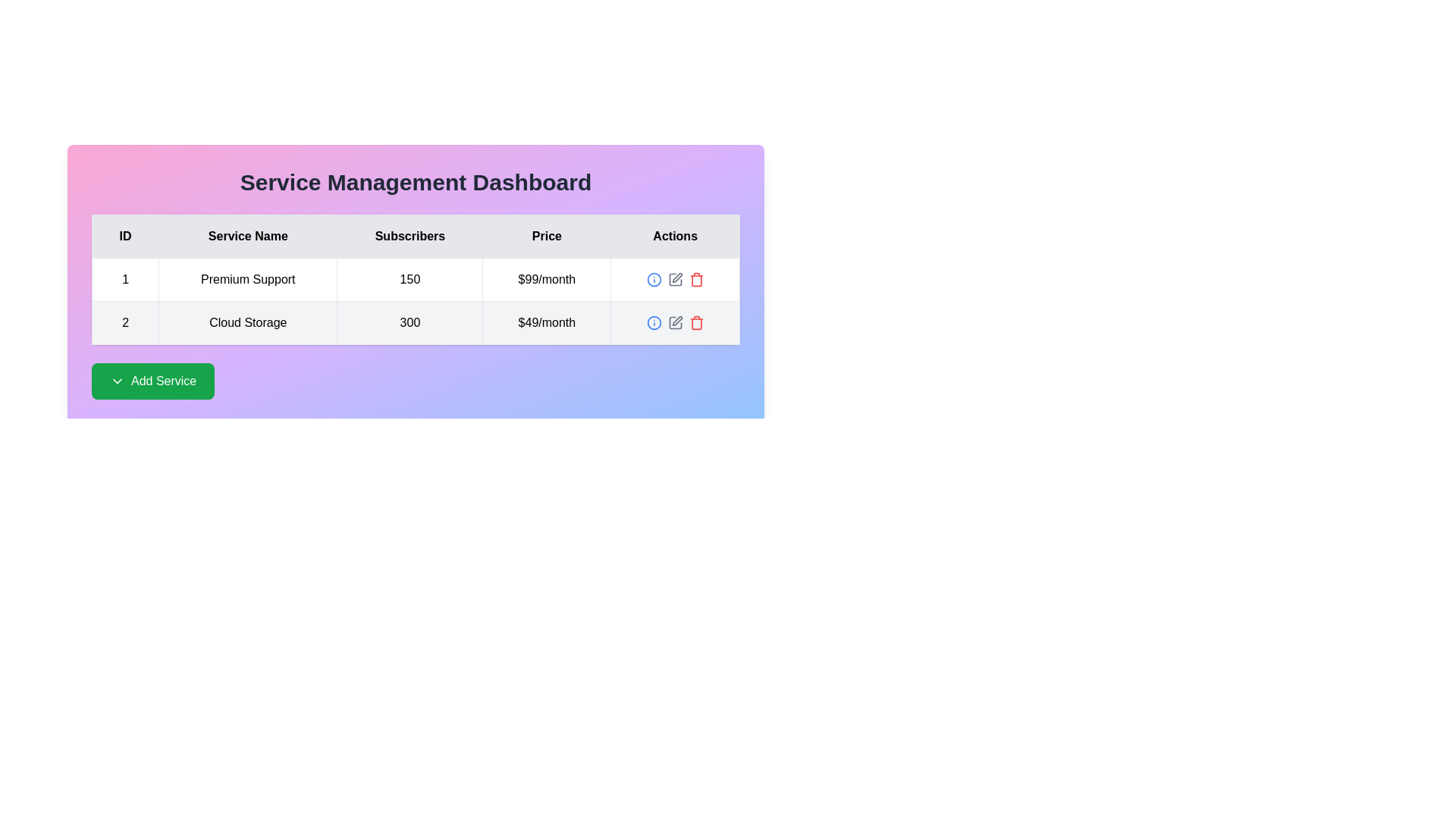 This screenshot has width=1456, height=819. I want to click on the delete icon in the actions column of the first row corresponding to 'Premium Support', so click(695, 280).